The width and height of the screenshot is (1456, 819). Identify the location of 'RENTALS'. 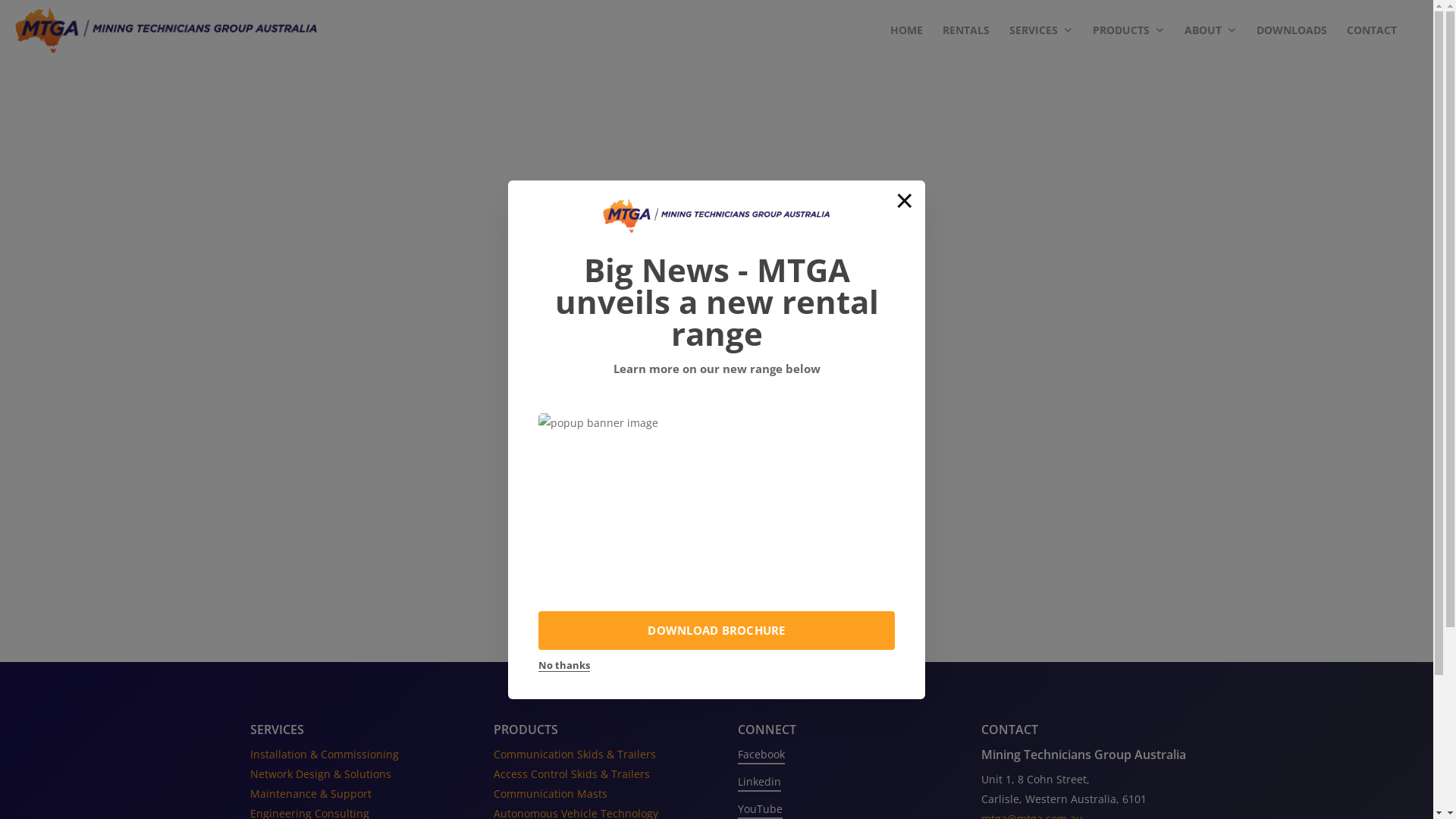
(965, 30).